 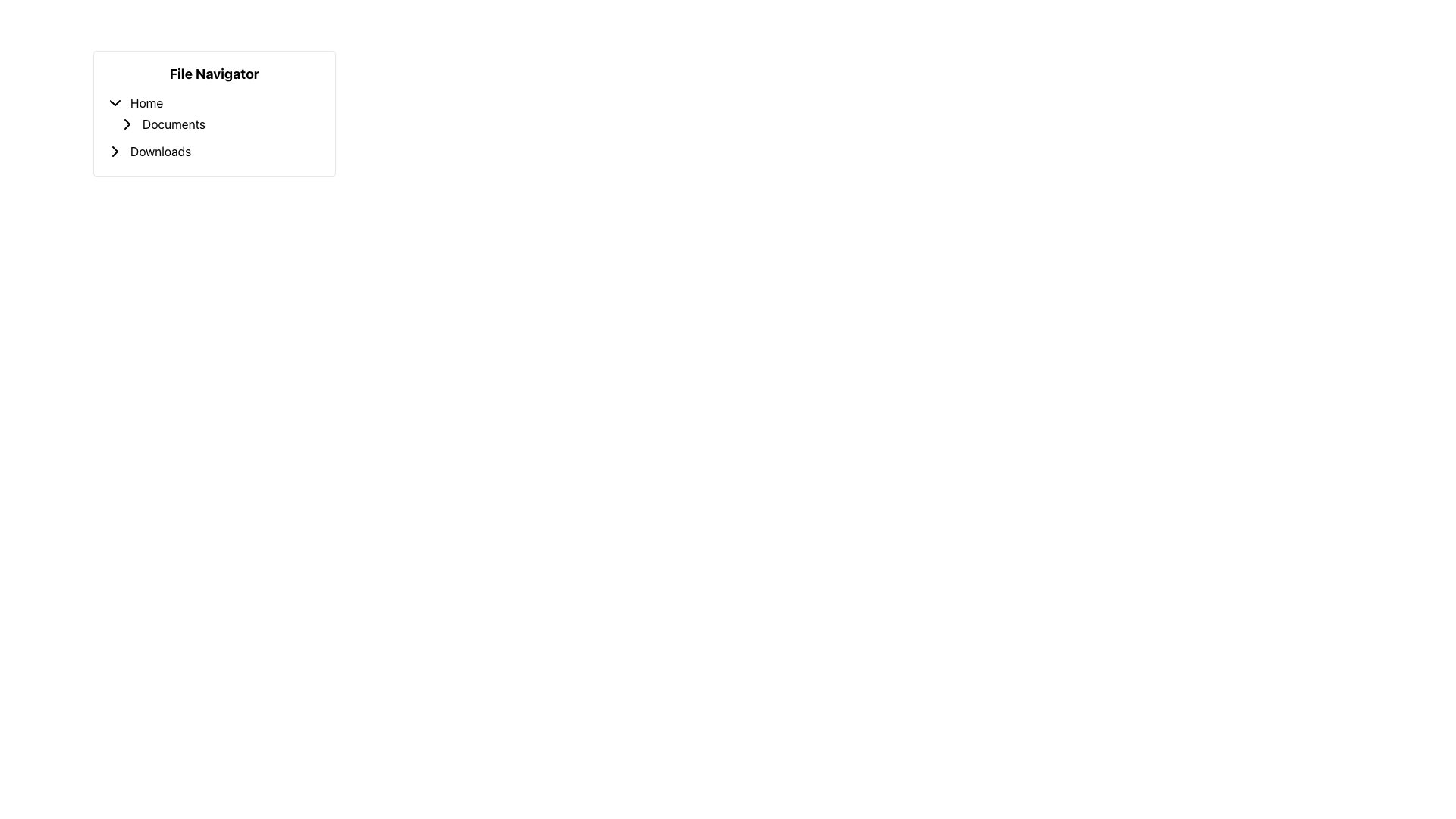 I want to click on the black chevron-right icon located immediately left of the 'Documents' label in the file navigator, so click(x=127, y=124).